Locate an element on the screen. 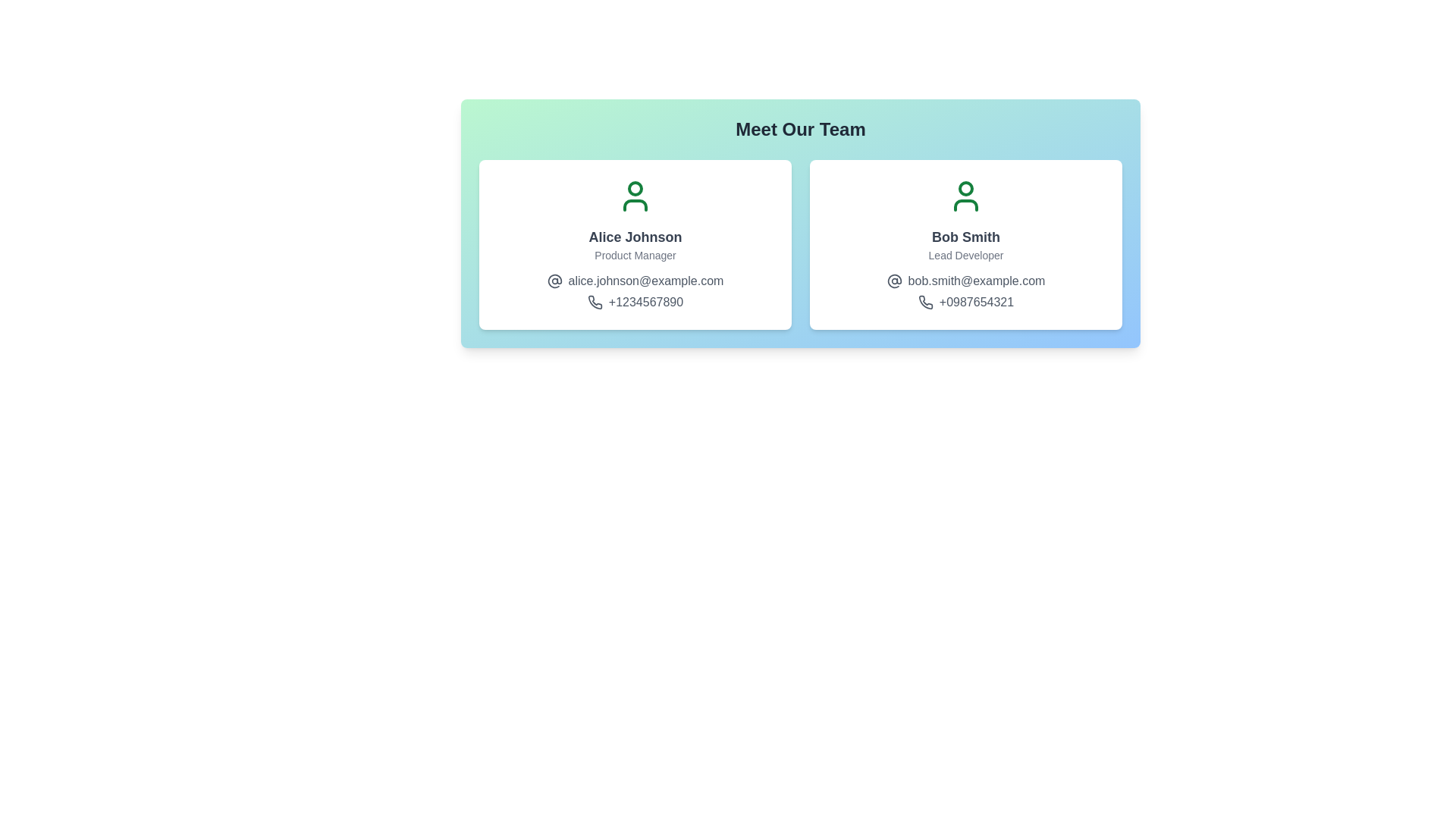 This screenshot has width=1456, height=819. the SVG icon resembling an 'at' sign located to the left of the email text 'alice.johnson@example.com' in Alice Johnson's profile card is located at coordinates (554, 281).